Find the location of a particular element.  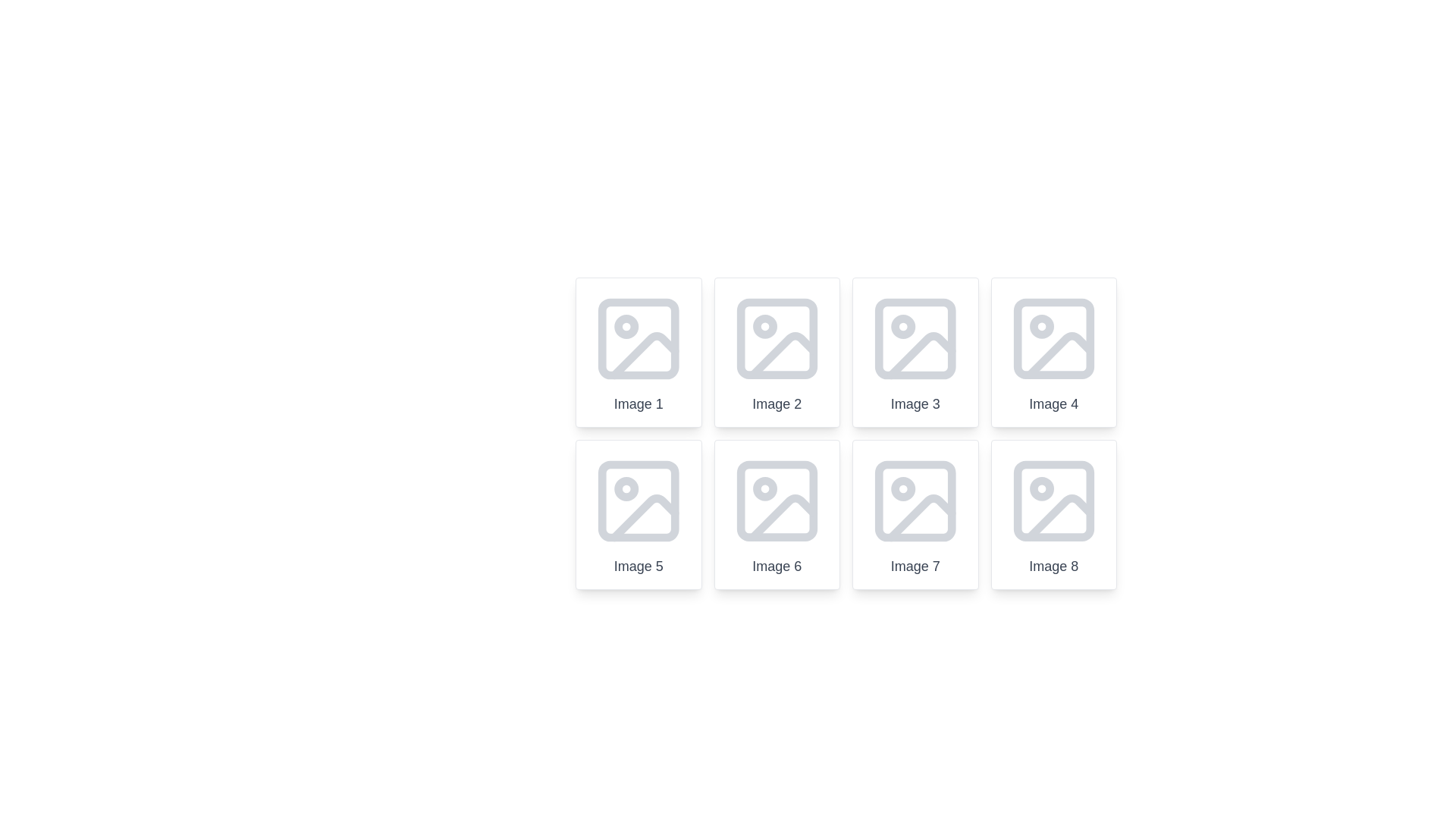

on the text label located directly below the 'Image 5' placeholder in the second row and first column of a 4x2 grid layout is located at coordinates (639, 566).